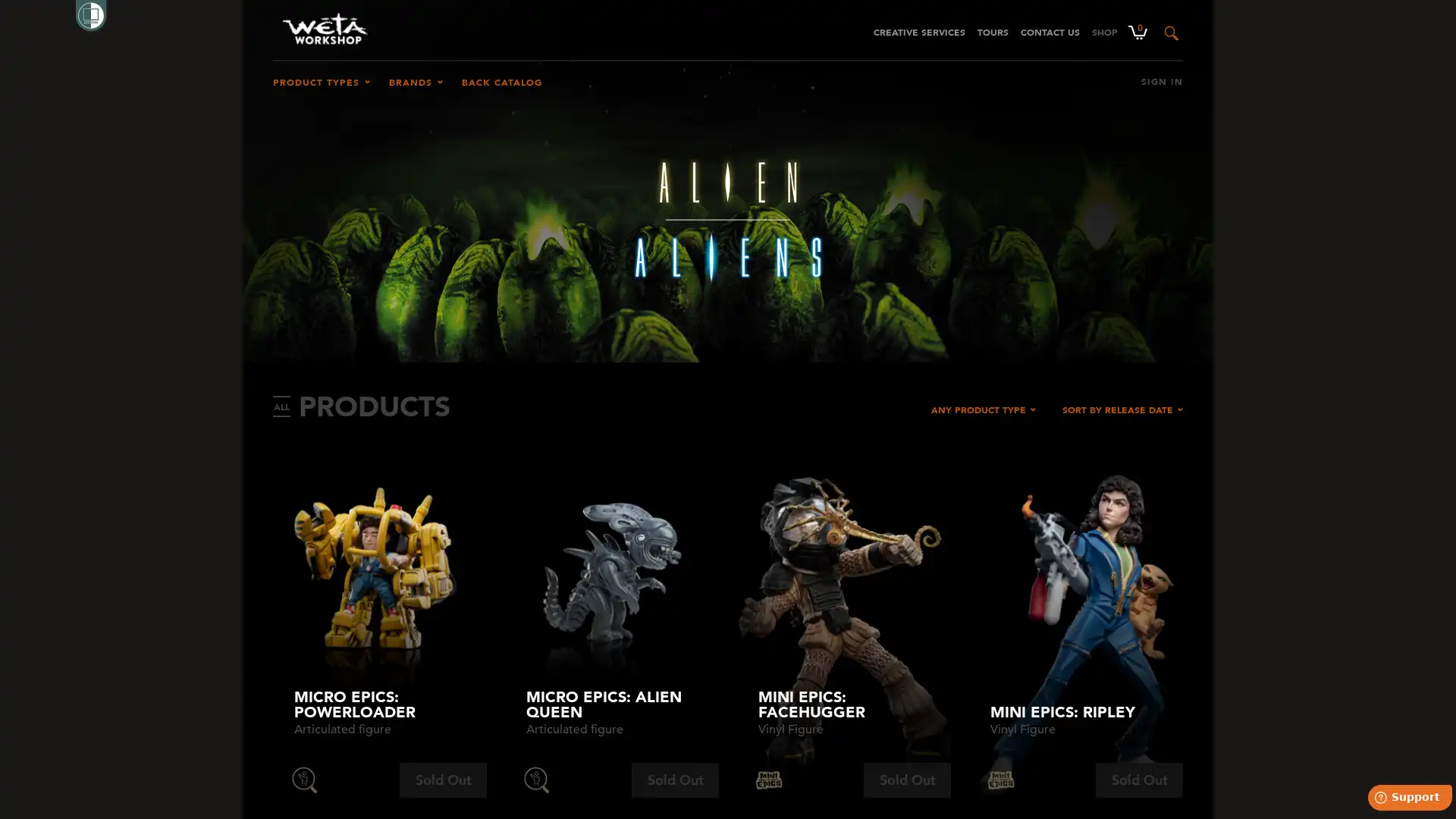 Image resolution: width=1456 pixels, height=819 pixels. What do you see at coordinates (1139, 780) in the screenshot?
I see `Sold Out` at bounding box center [1139, 780].